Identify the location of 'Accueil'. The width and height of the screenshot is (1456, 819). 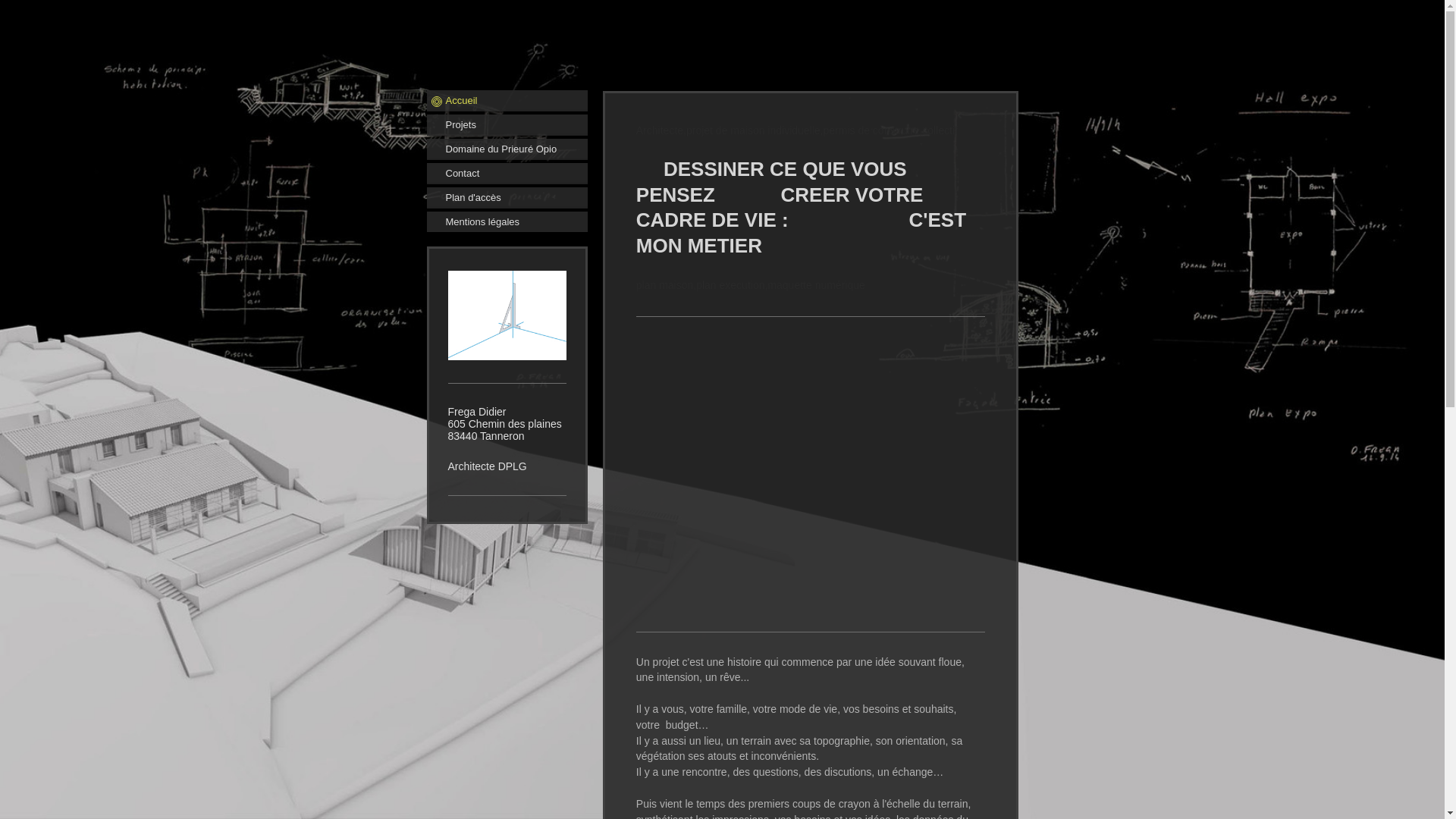
(425, 100).